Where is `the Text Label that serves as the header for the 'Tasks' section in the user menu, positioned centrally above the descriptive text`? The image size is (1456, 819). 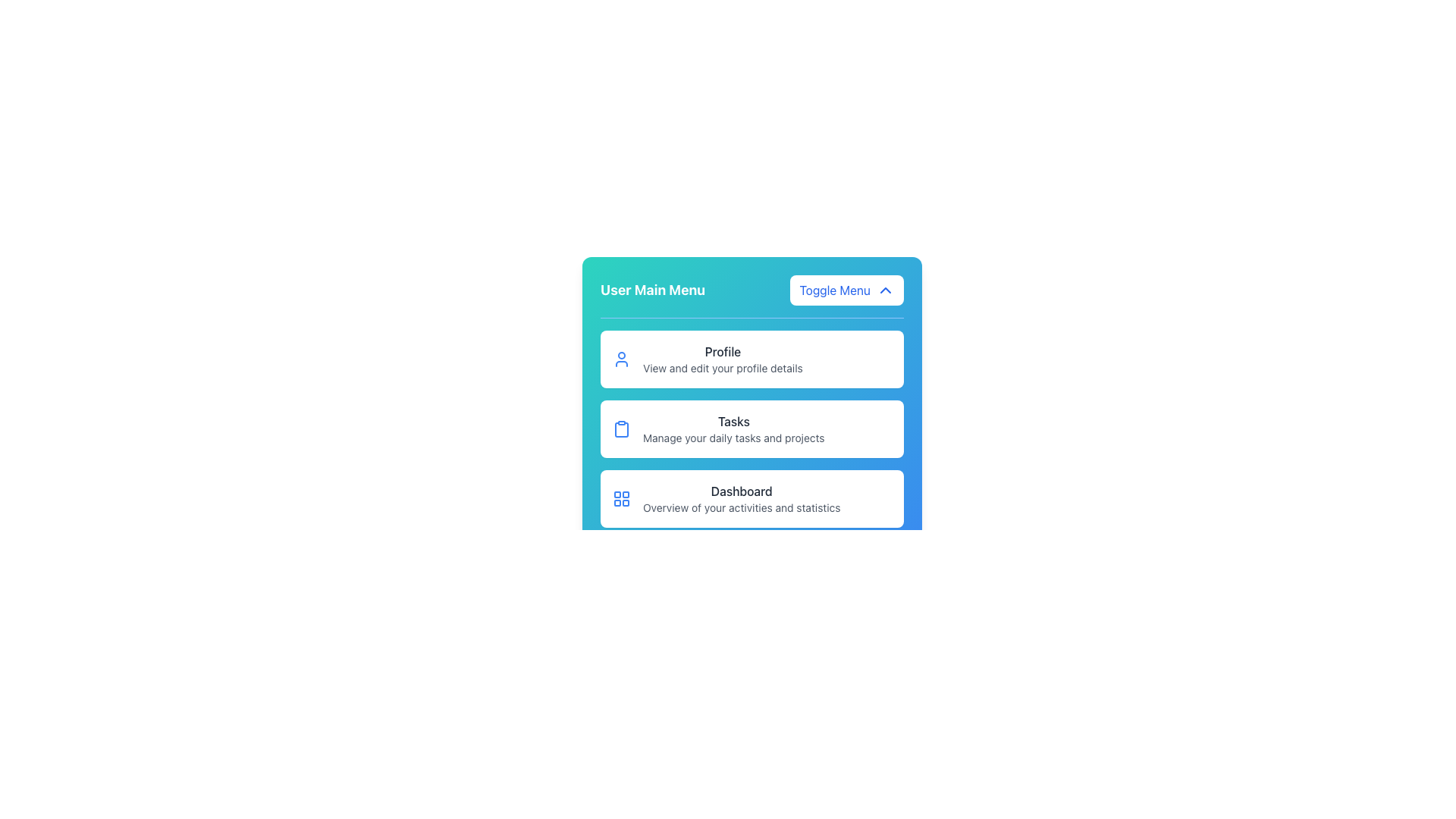 the Text Label that serves as the header for the 'Tasks' section in the user menu, positioned centrally above the descriptive text is located at coordinates (733, 421).